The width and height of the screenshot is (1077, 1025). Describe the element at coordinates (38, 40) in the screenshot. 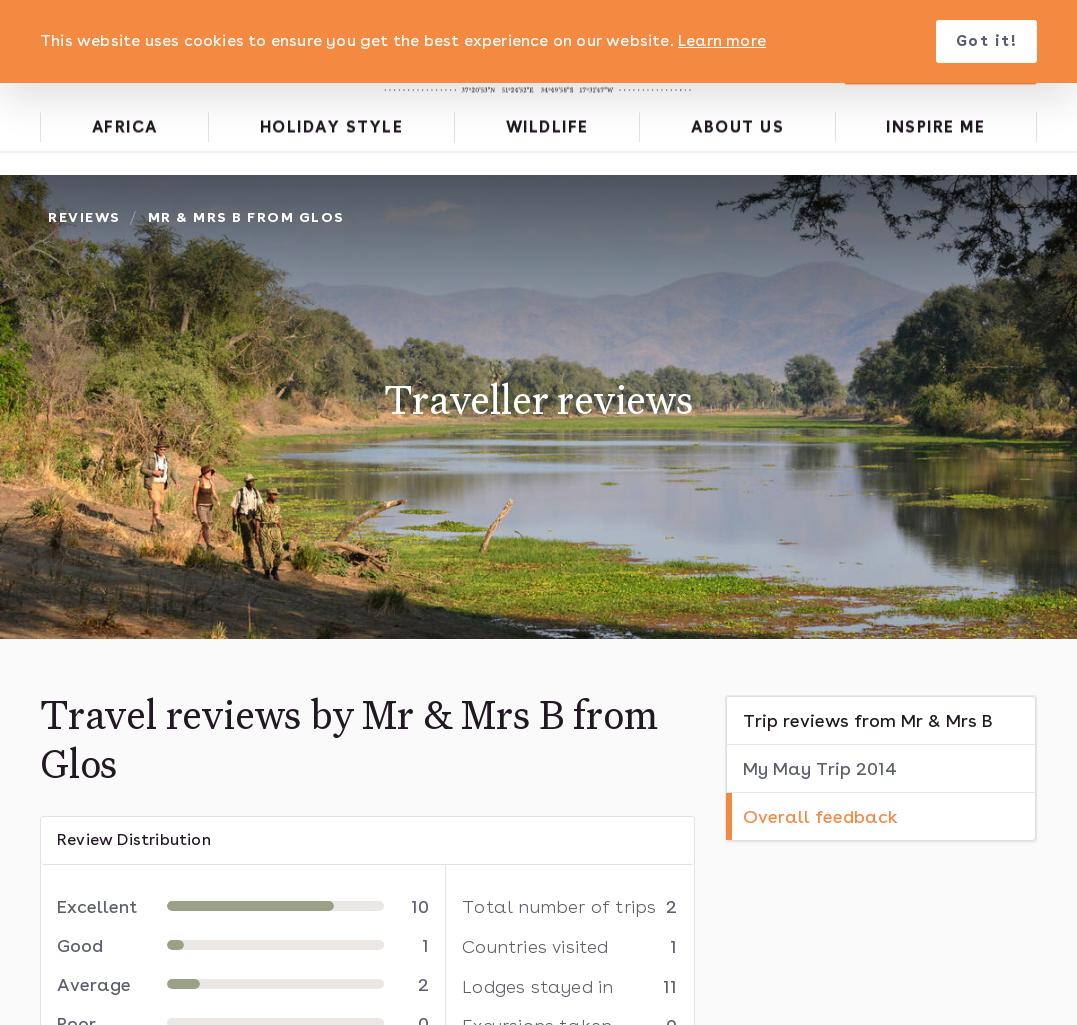

I see `'This website uses cookies to ensure you get the best experience on our website.'` at that location.